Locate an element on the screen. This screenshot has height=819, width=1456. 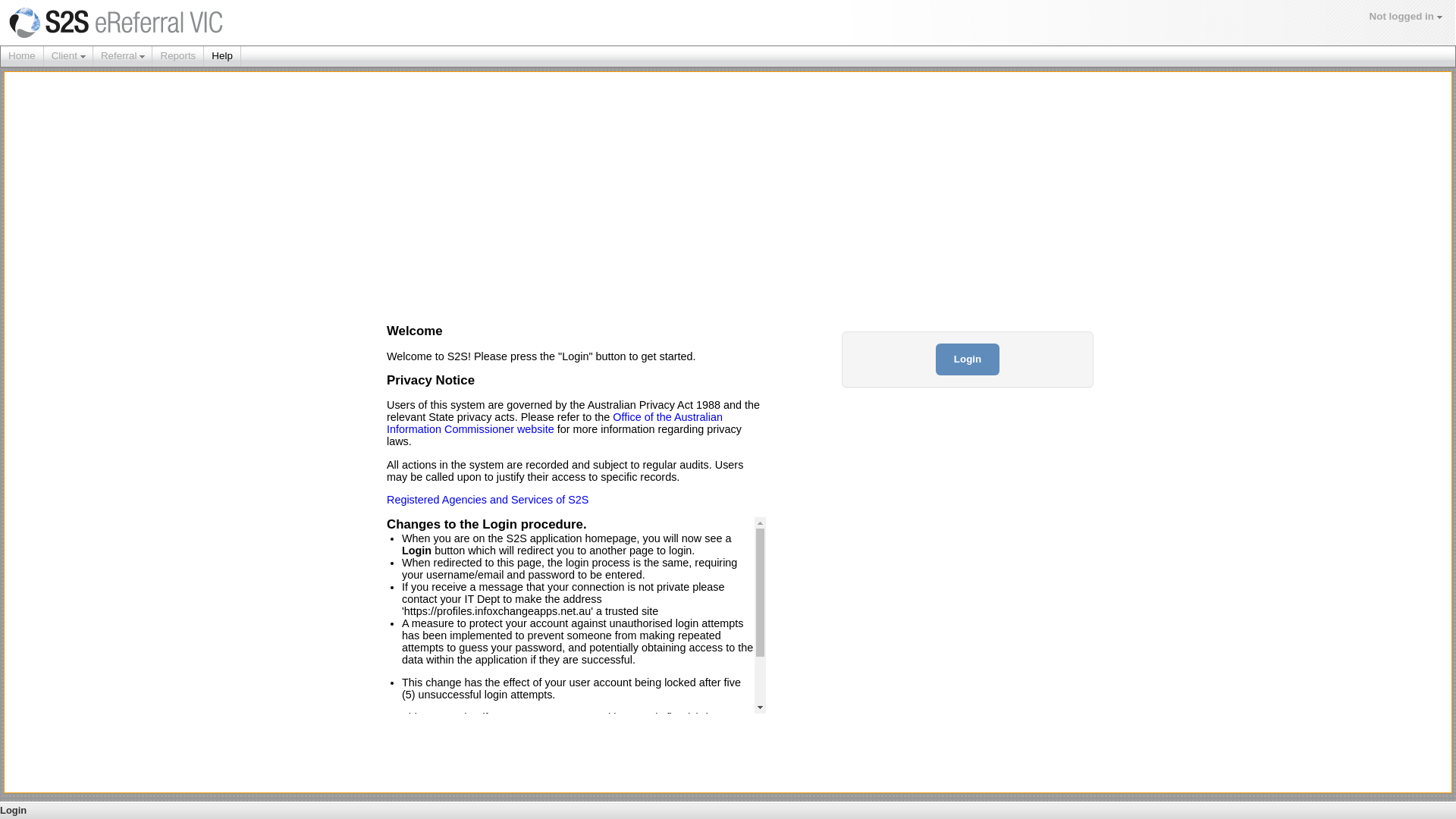
'Login' is located at coordinates (967, 359).